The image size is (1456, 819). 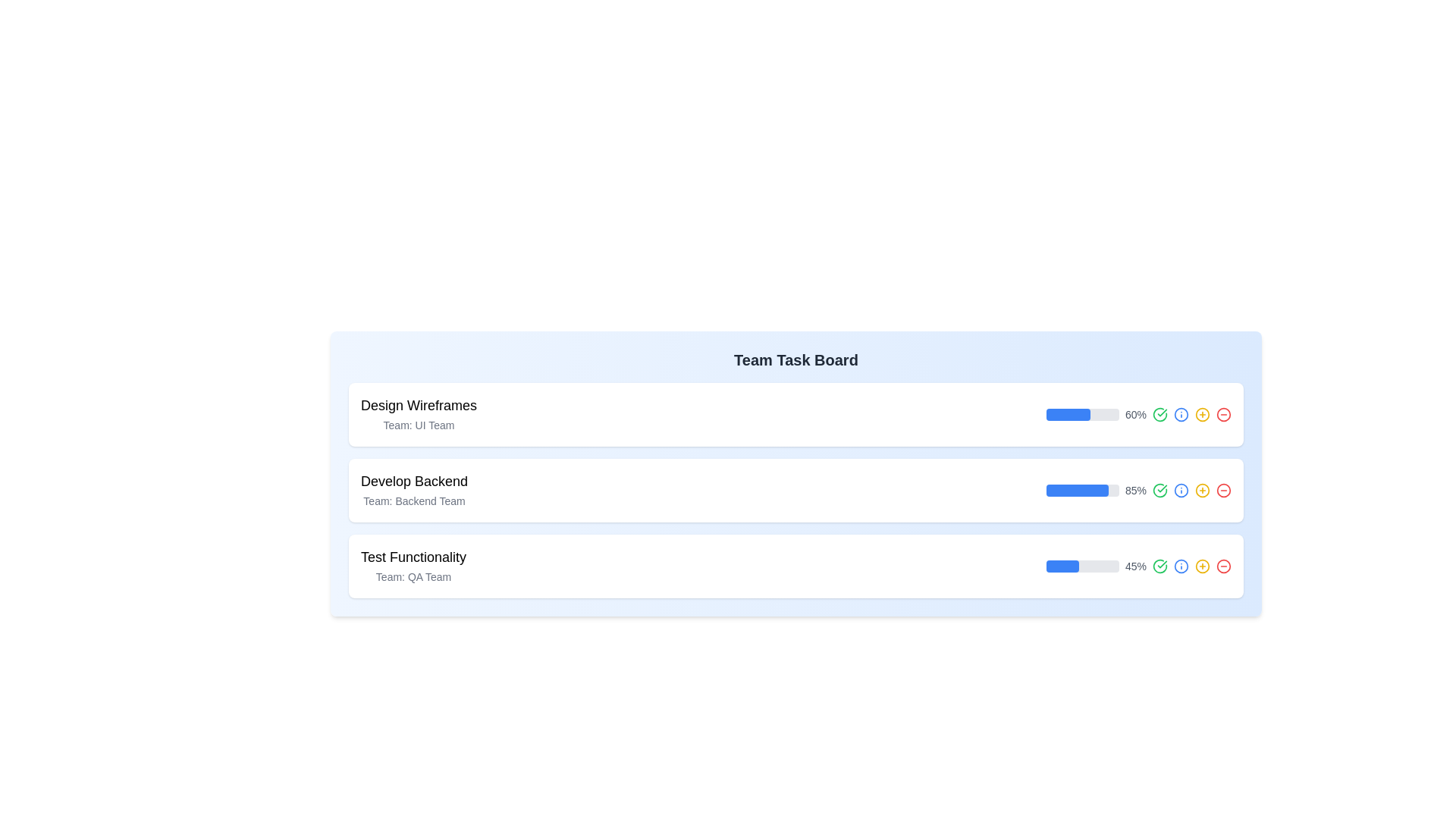 What do you see at coordinates (1139, 491) in the screenshot?
I see `the Progress Bar that visually represents the progress of the 'Develop Backend' task` at bounding box center [1139, 491].